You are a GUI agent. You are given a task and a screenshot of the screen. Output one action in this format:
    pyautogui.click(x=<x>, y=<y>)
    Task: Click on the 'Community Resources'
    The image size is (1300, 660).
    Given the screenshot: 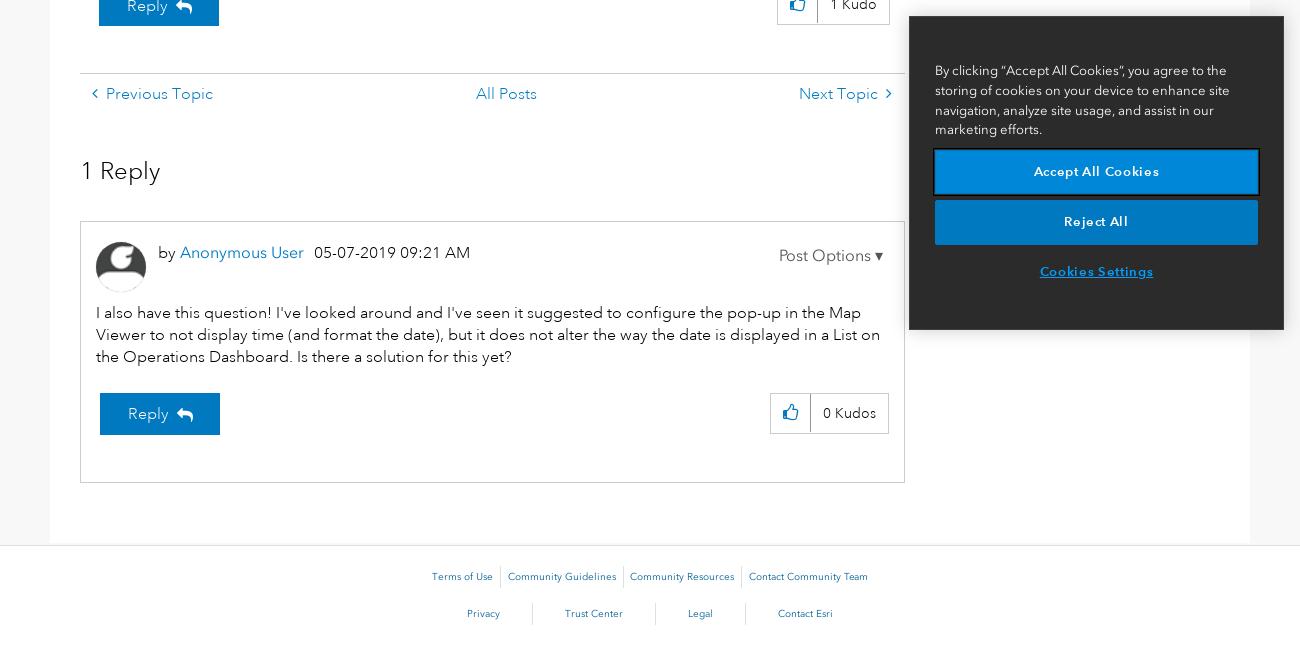 What is the action you would take?
    pyautogui.click(x=680, y=575)
    